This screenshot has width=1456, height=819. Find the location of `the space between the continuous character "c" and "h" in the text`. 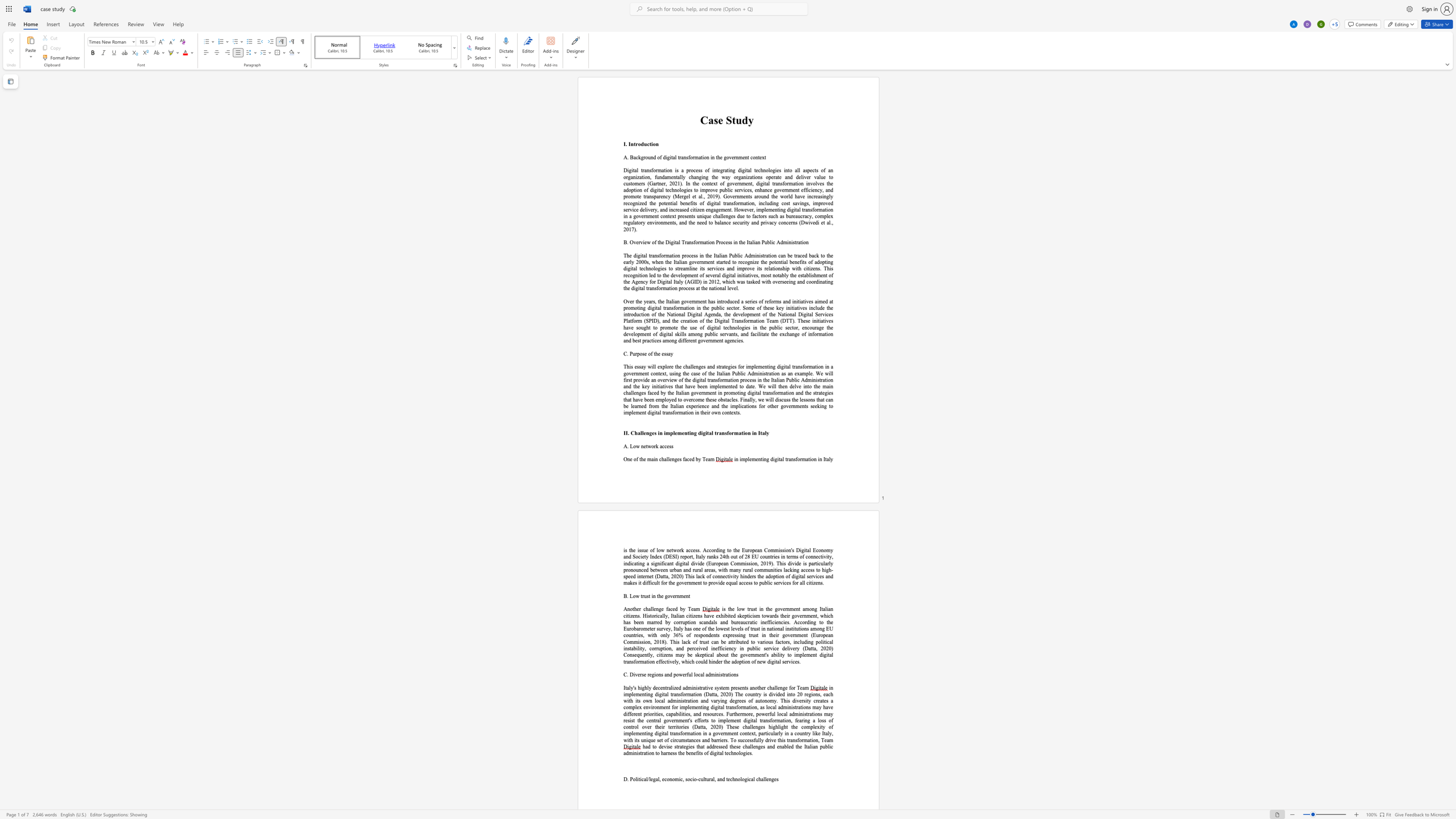

the space between the continuous character "c" and "h" in the text is located at coordinates (645, 609).